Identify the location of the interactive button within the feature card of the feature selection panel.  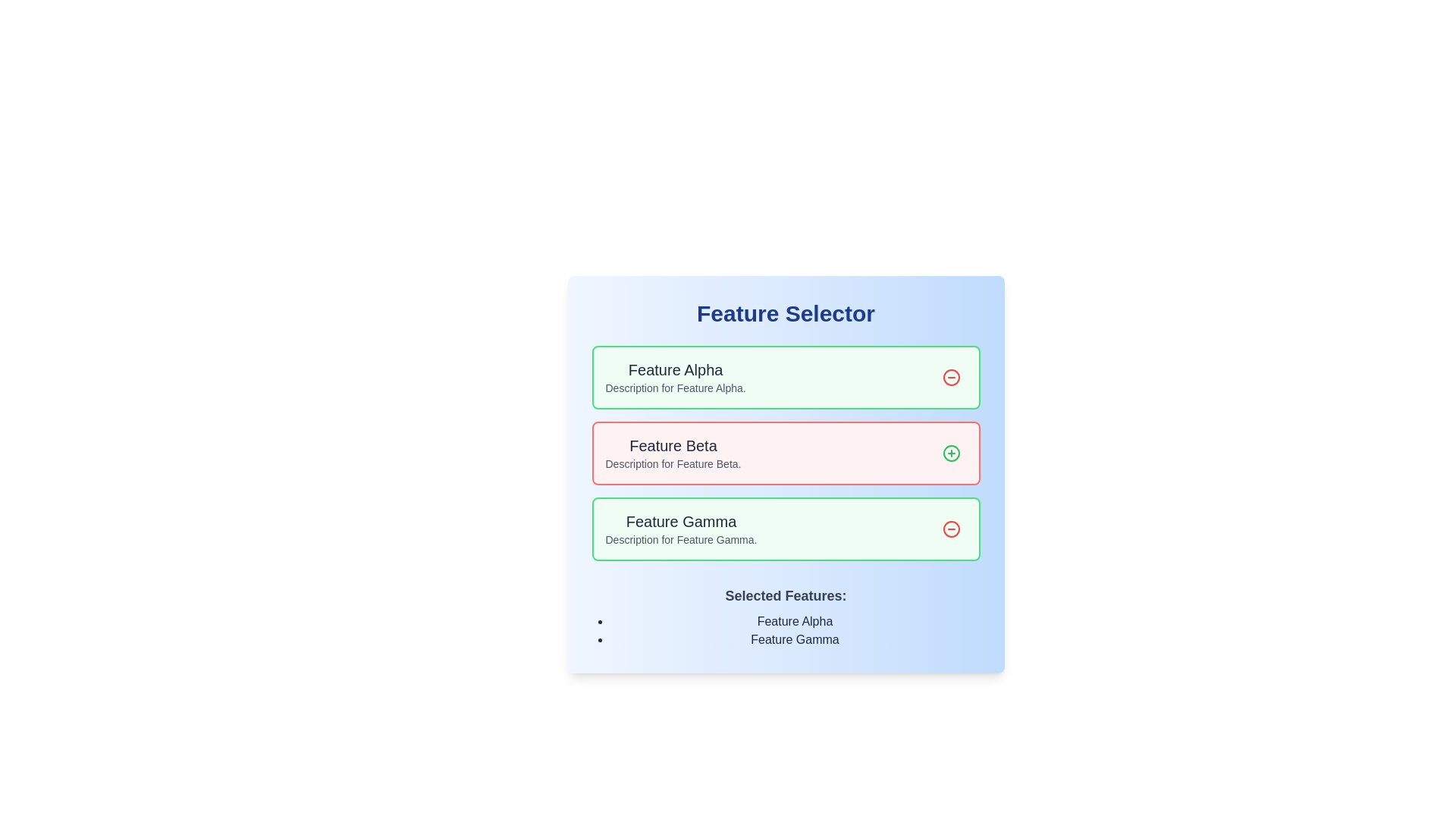
(786, 473).